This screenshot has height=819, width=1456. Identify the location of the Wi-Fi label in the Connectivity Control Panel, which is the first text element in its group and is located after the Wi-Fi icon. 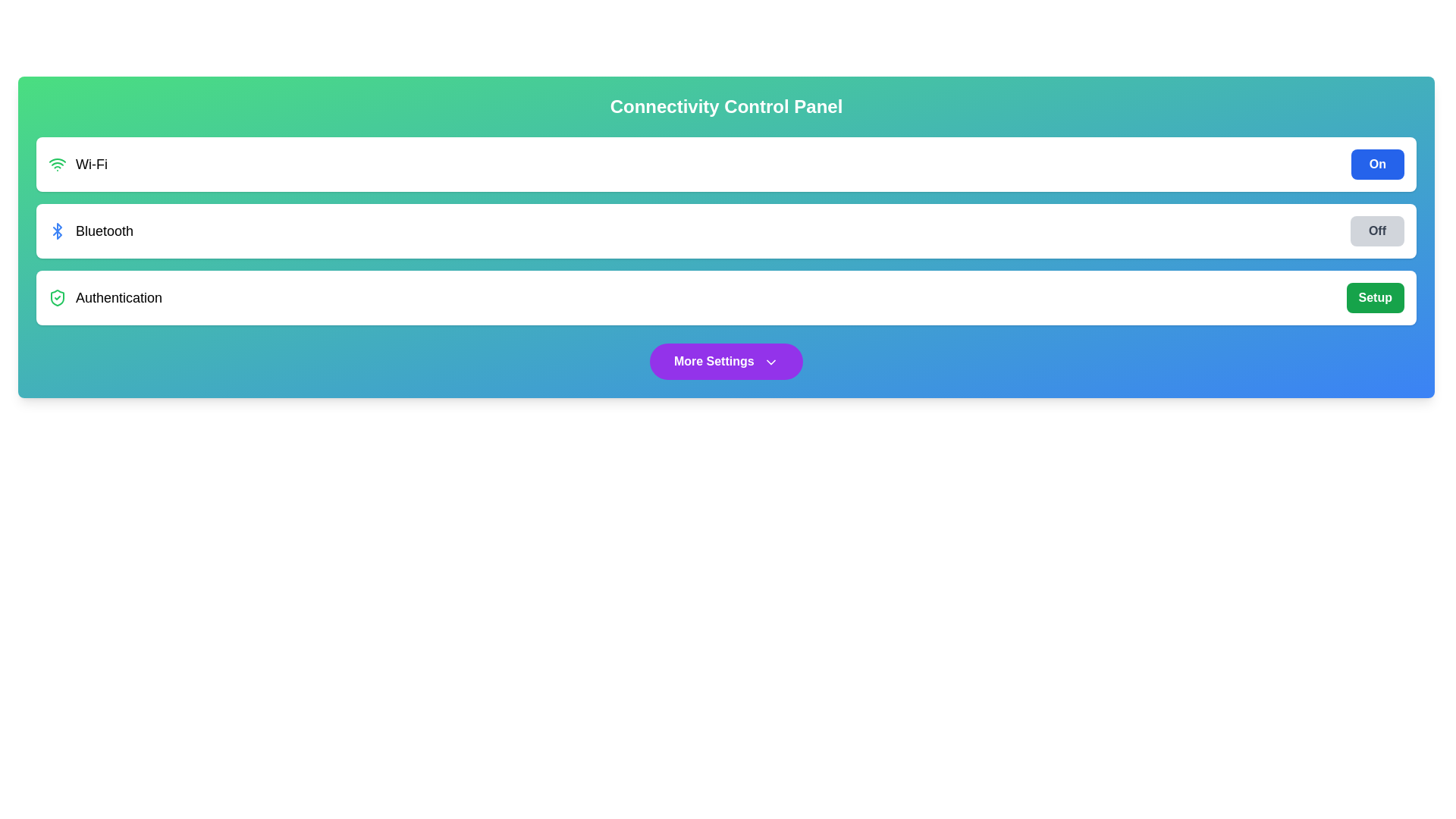
(90, 164).